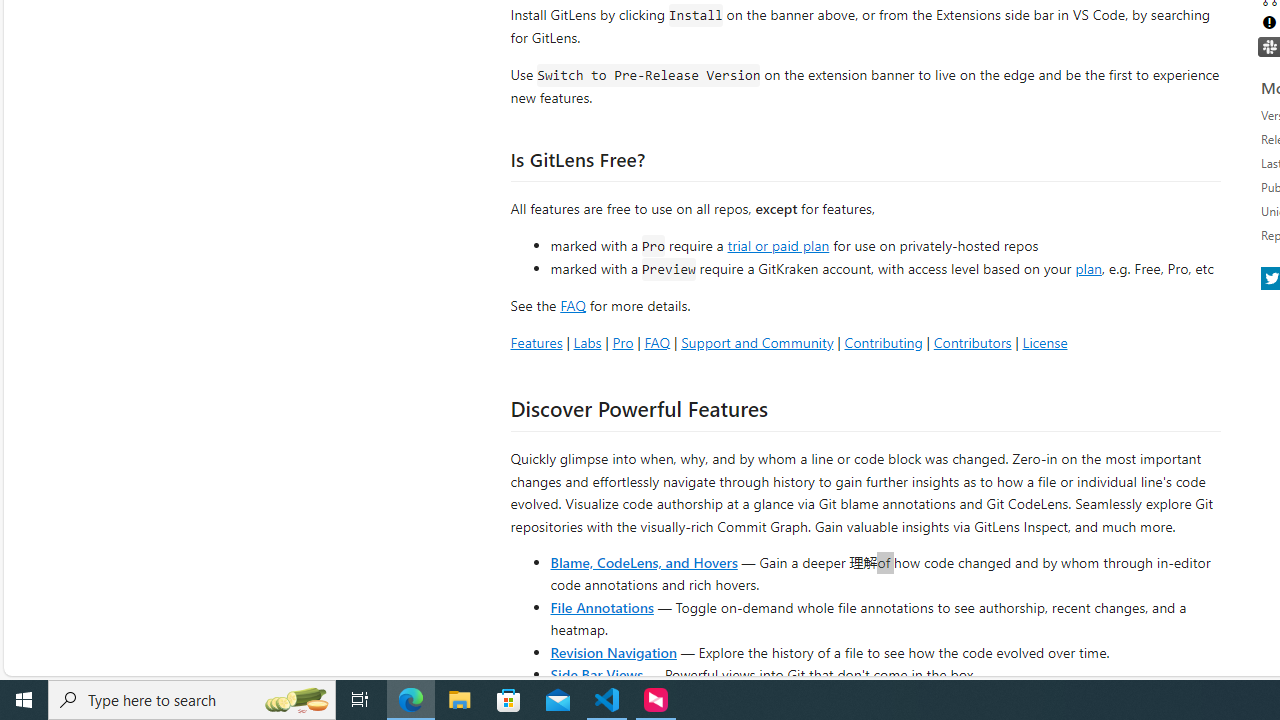 The height and width of the screenshot is (720, 1280). Describe the element at coordinates (621, 341) in the screenshot. I see `'Pro'` at that location.